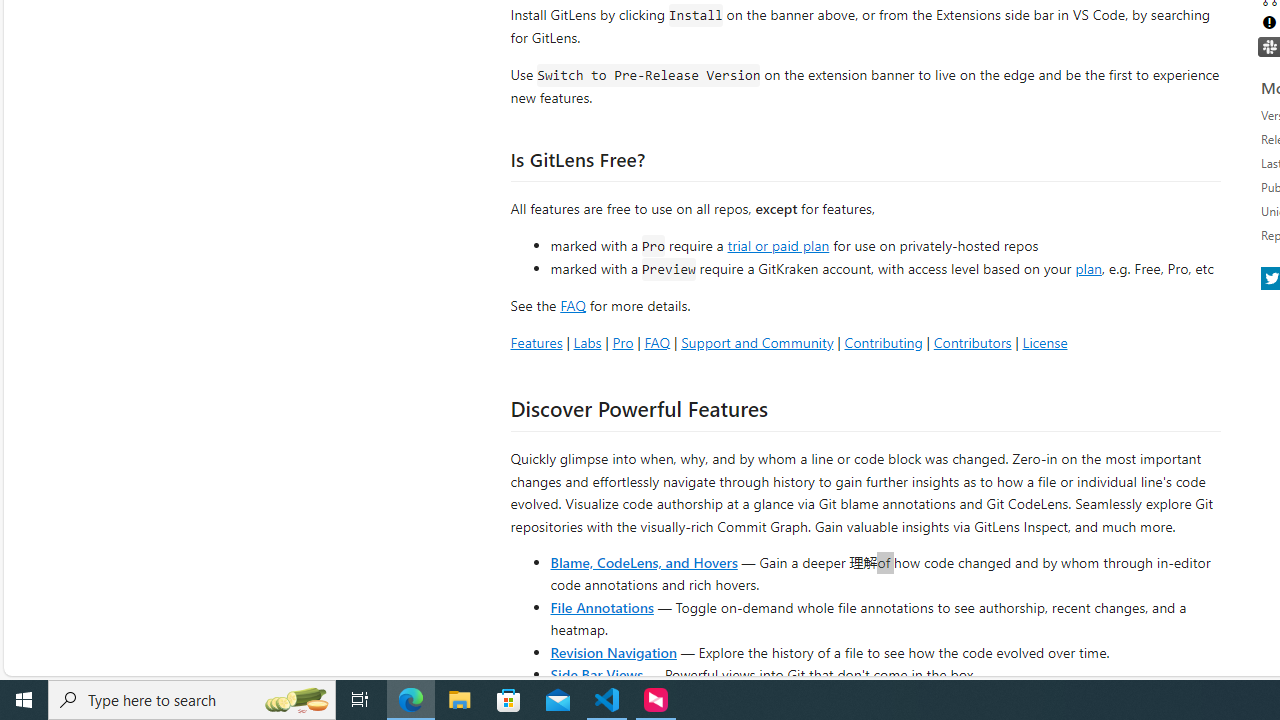 The height and width of the screenshot is (720, 1280). Describe the element at coordinates (621, 341) in the screenshot. I see `'Pro'` at that location.